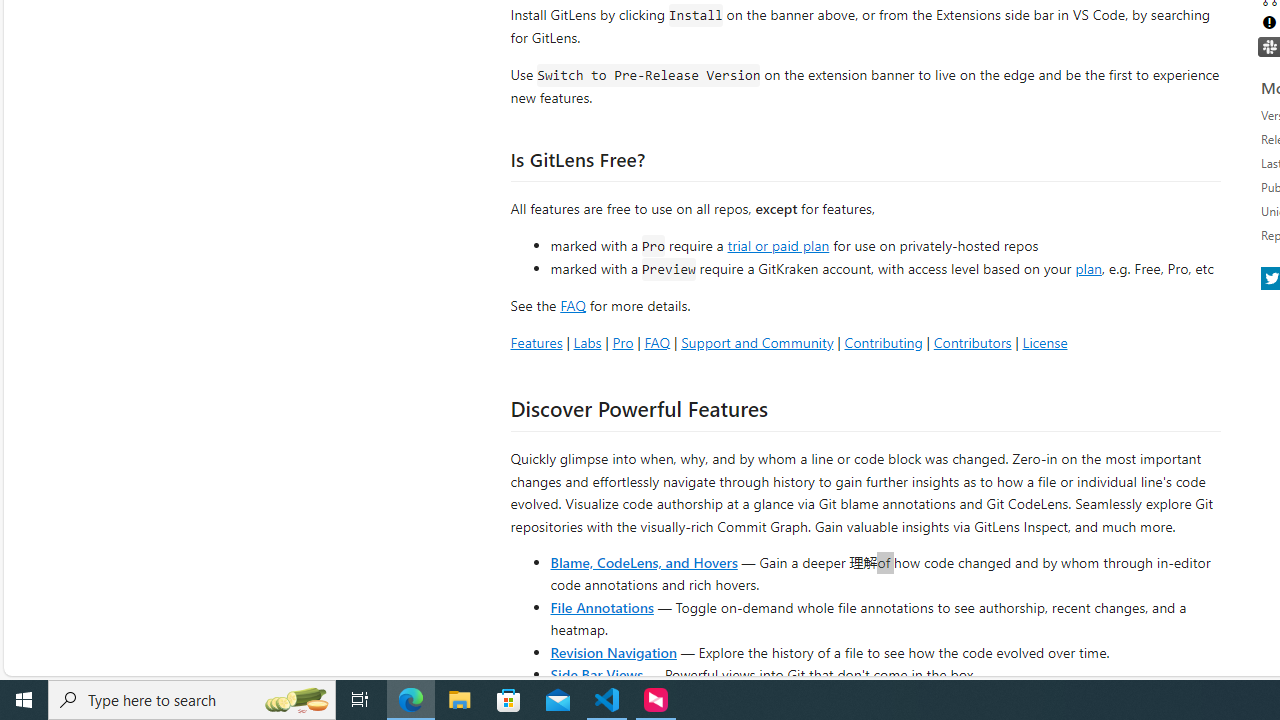 The height and width of the screenshot is (720, 1280). Describe the element at coordinates (621, 341) in the screenshot. I see `'Pro'` at that location.